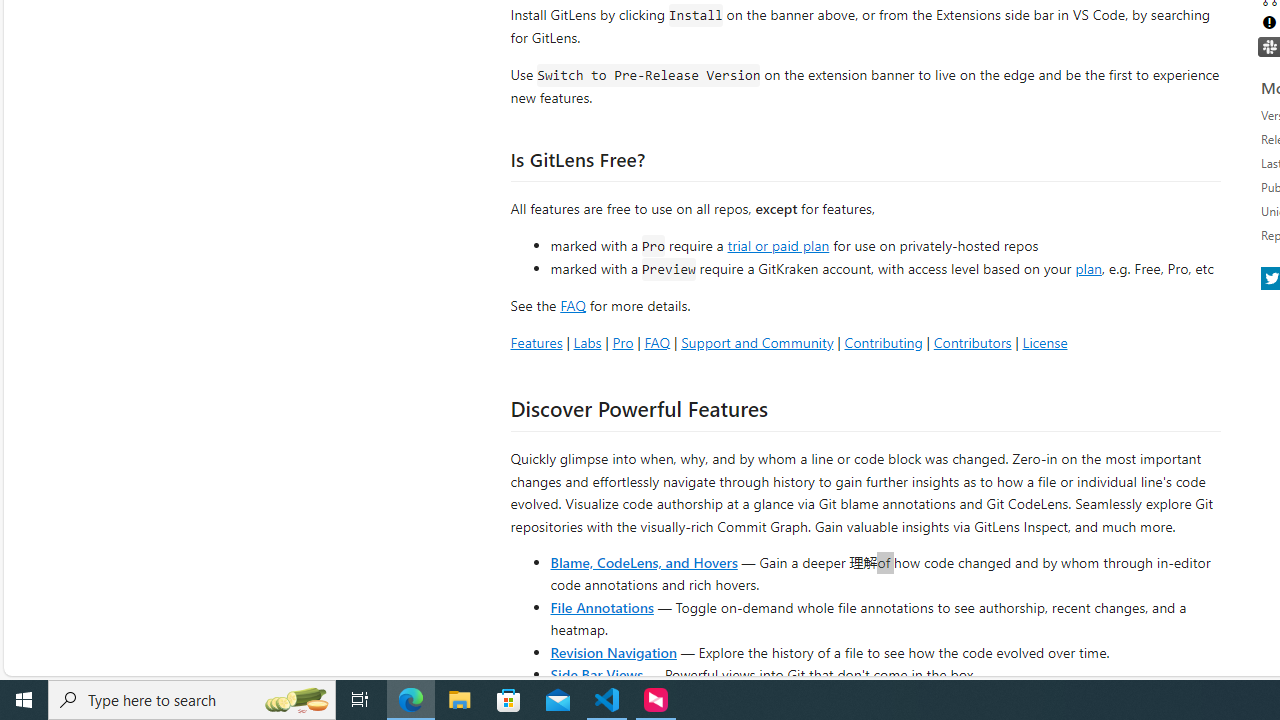 The height and width of the screenshot is (720, 1280). Describe the element at coordinates (621, 341) in the screenshot. I see `'Pro'` at that location.